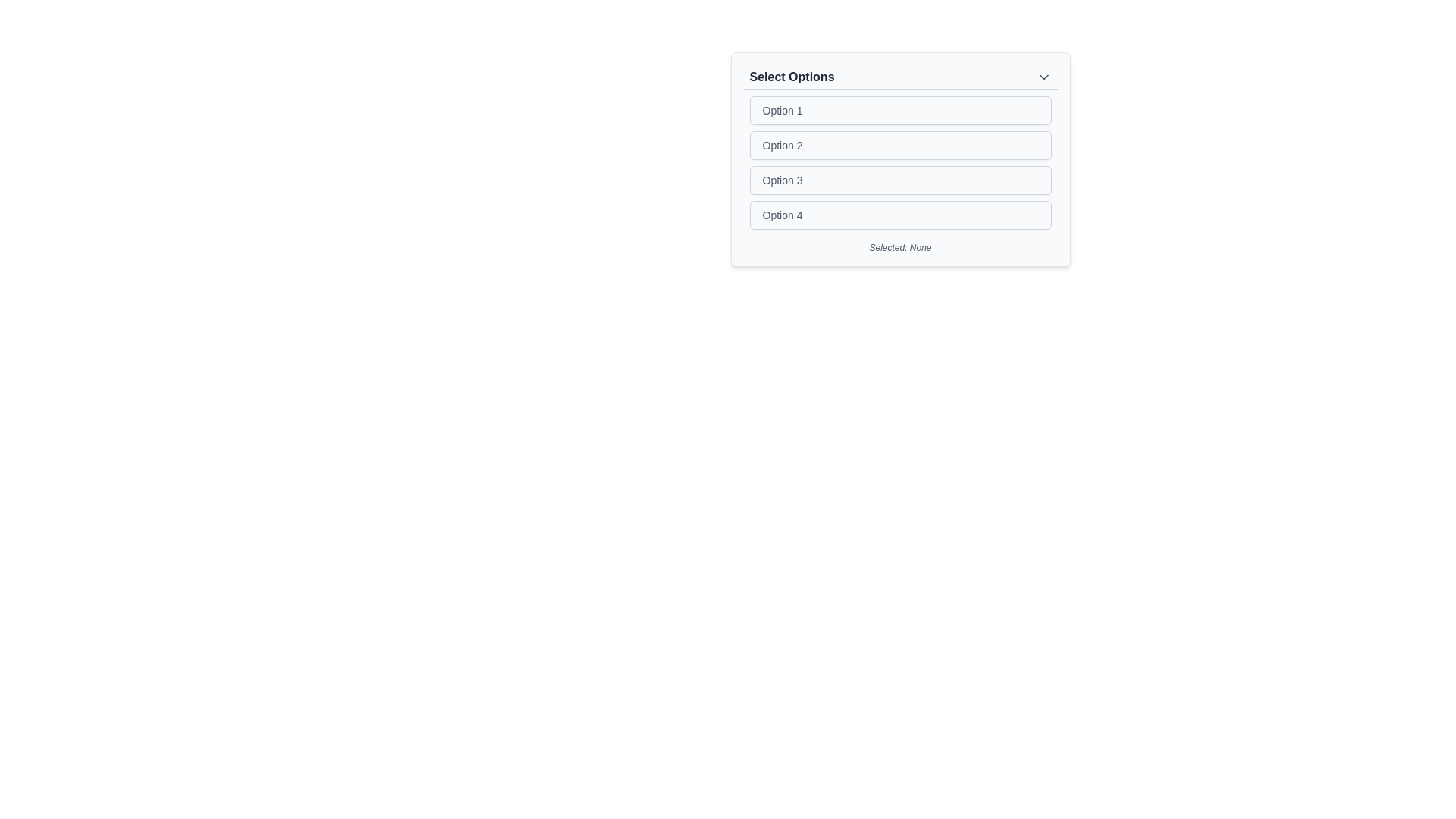 The image size is (1456, 819). I want to click on the second option button in the vertical list, so click(900, 146).